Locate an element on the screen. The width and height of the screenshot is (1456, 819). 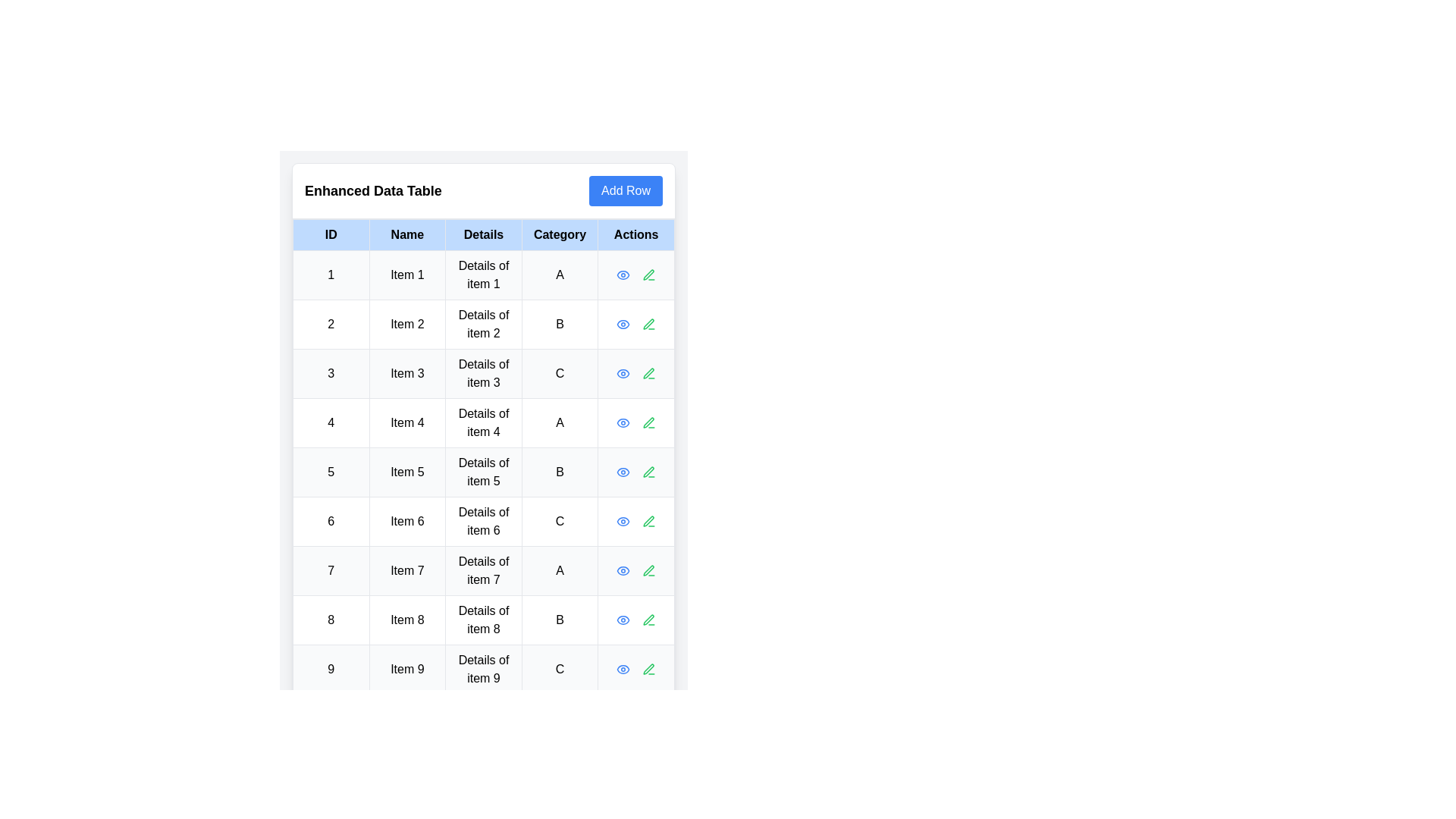
the Label displaying the numeric value '3' in the 'ID' column of the data table, located in the third row is located at coordinates (330, 374).